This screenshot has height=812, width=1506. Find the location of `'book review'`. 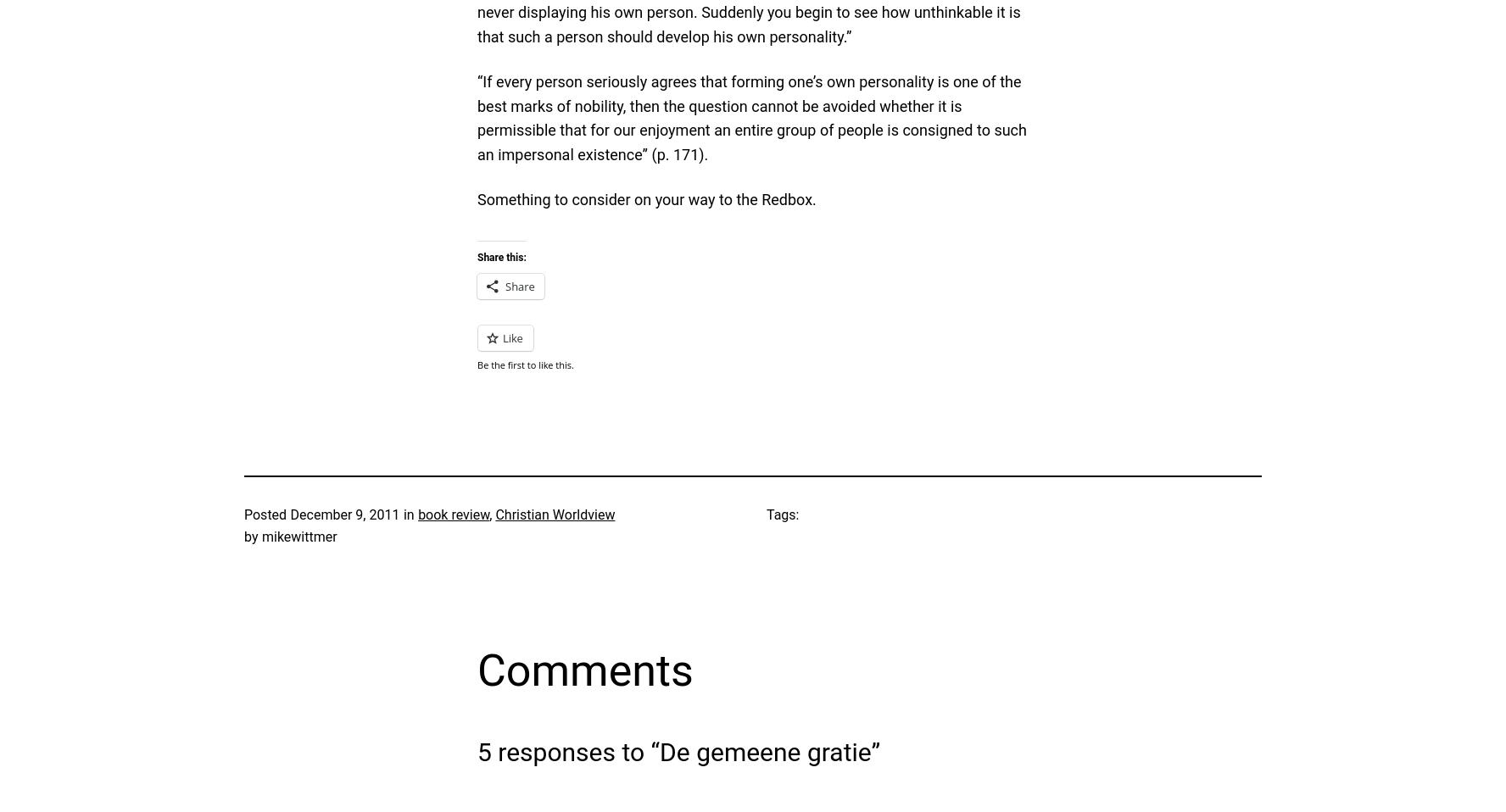

'book review' is located at coordinates (453, 514).